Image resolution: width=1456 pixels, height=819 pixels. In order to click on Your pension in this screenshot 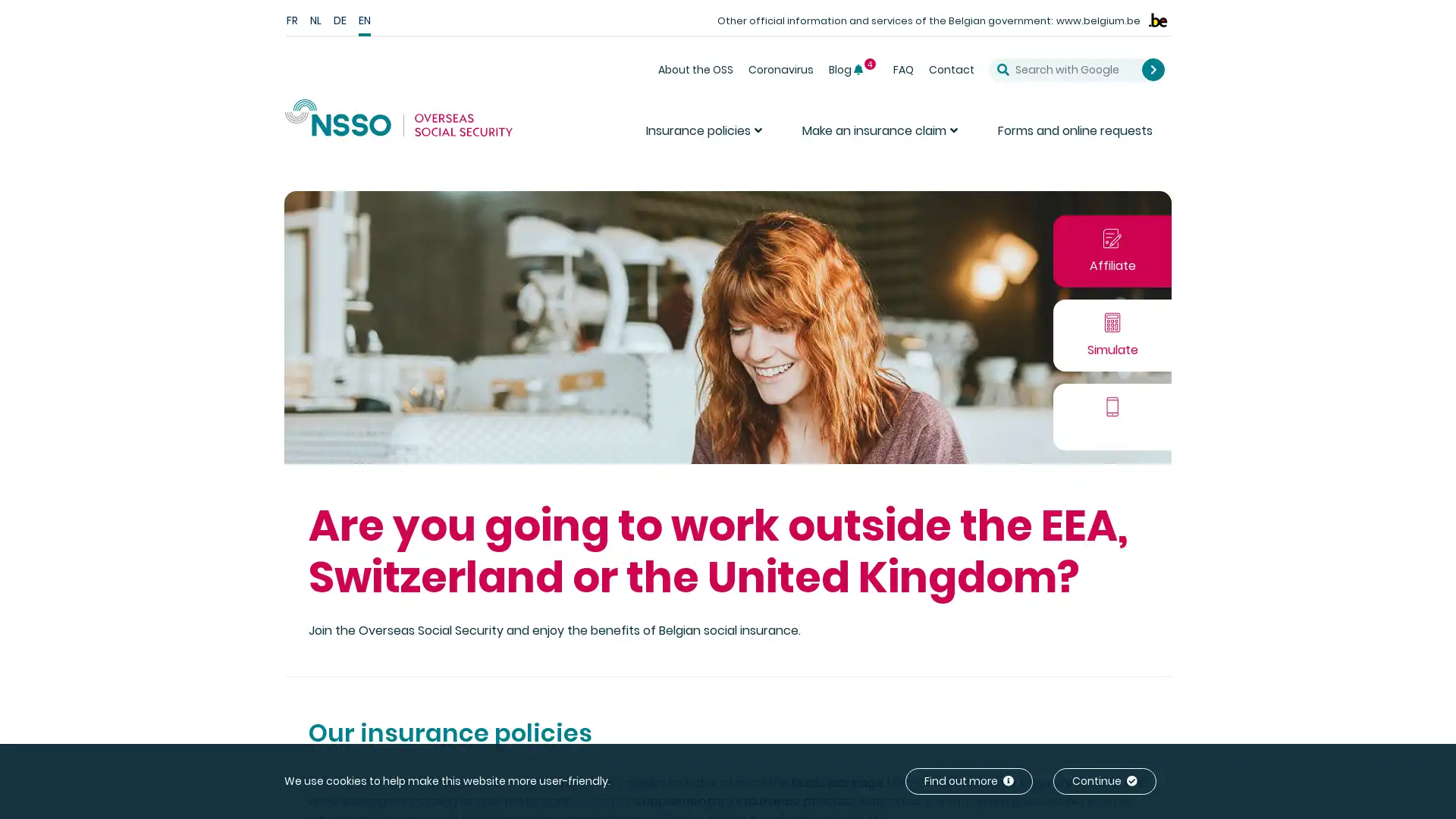, I will do `click(1216, 347)`.